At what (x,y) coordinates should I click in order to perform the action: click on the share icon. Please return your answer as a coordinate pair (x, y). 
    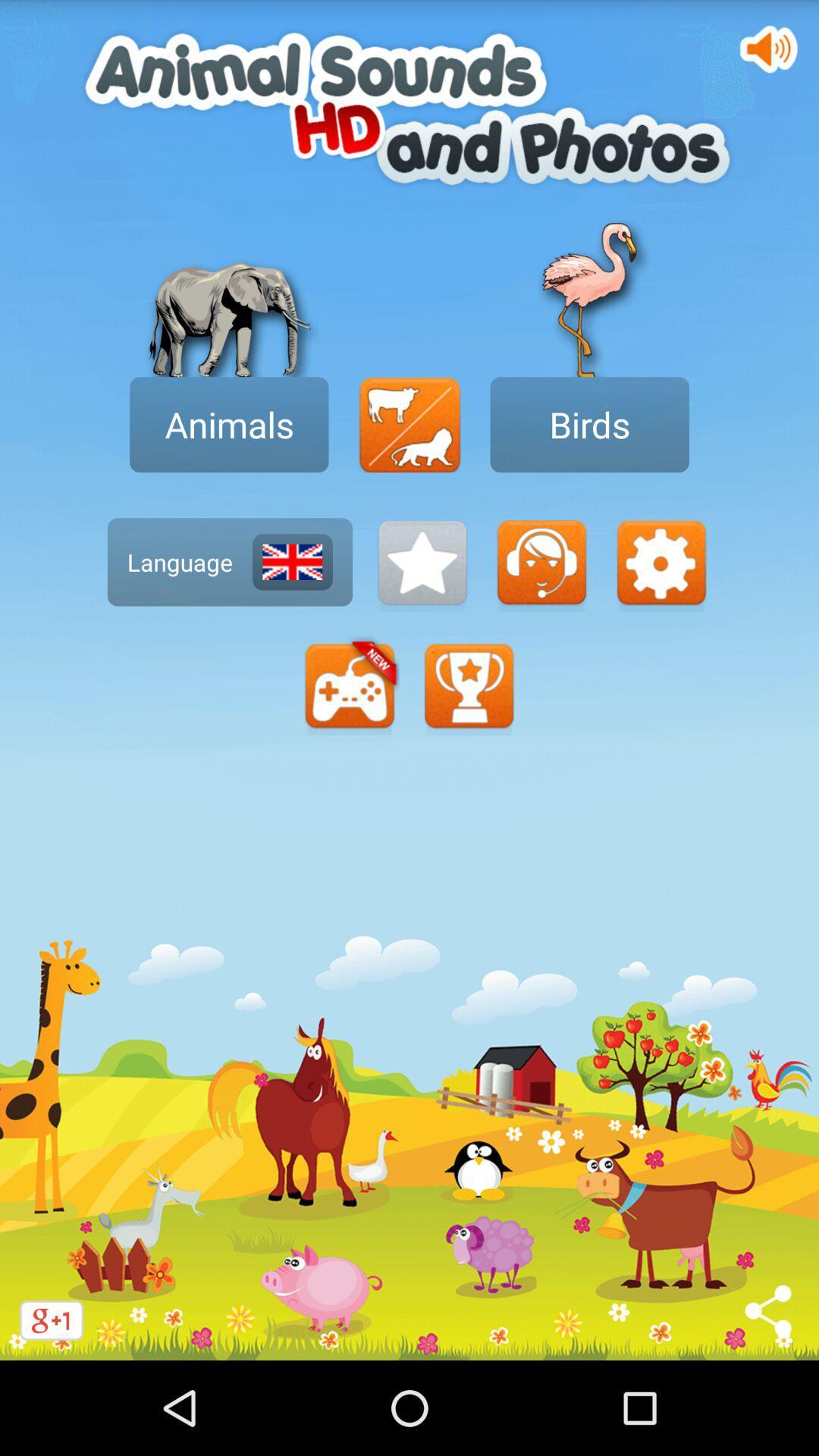
    Looking at the image, I should click on (769, 1401).